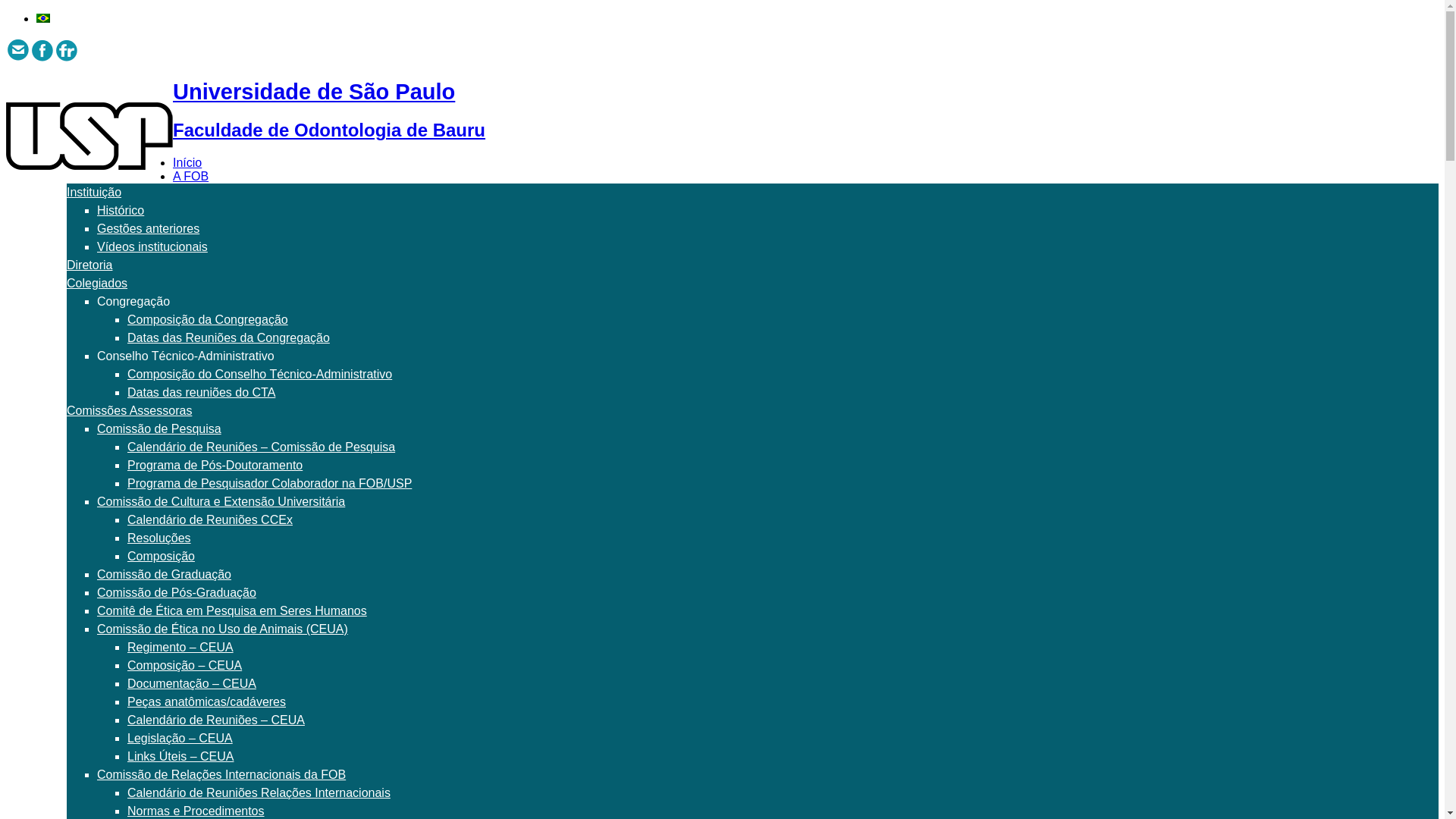 The height and width of the screenshot is (819, 1456). What do you see at coordinates (65, 283) in the screenshot?
I see `'Colegiados'` at bounding box center [65, 283].